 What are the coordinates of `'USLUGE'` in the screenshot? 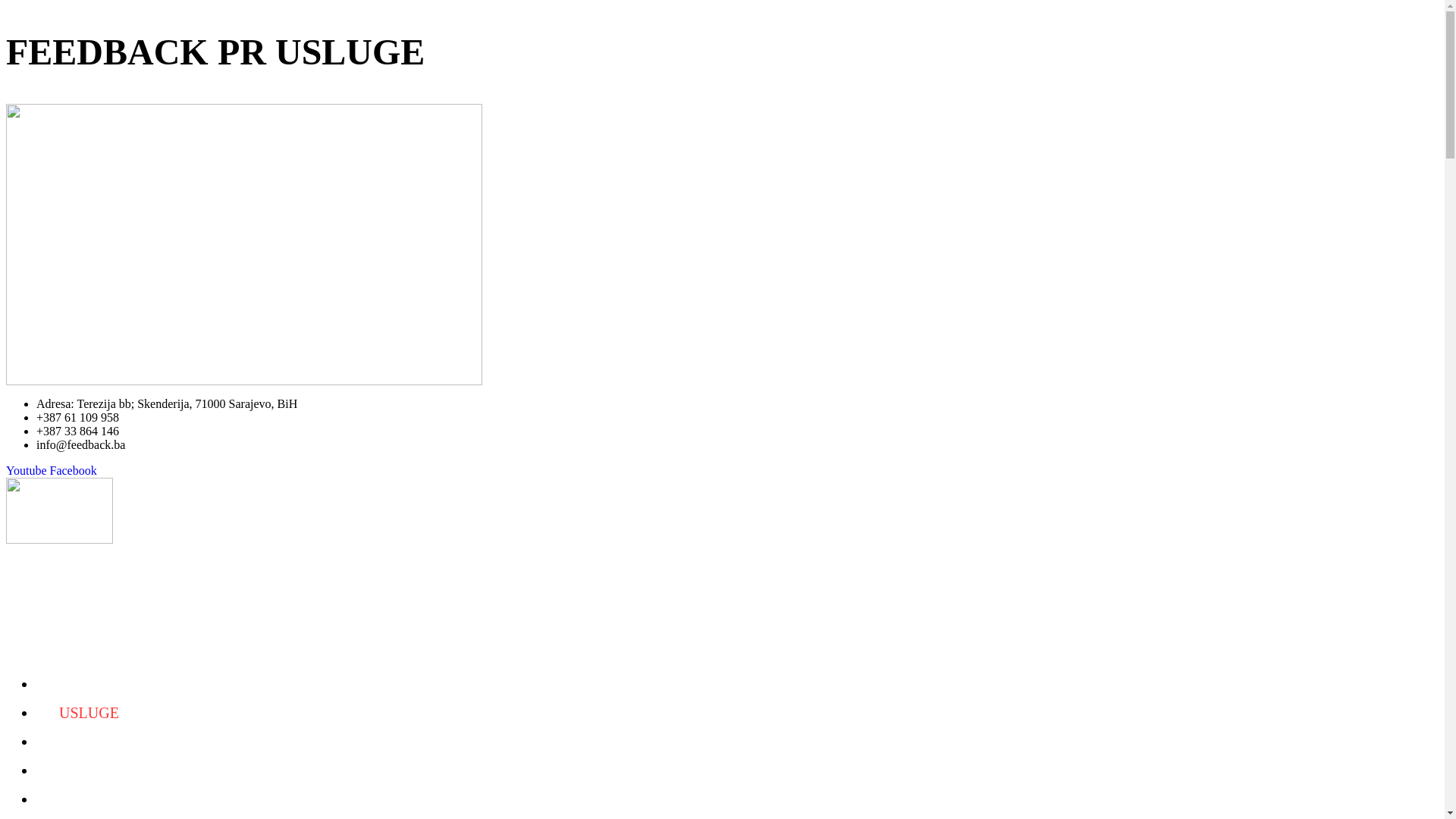 It's located at (88, 713).